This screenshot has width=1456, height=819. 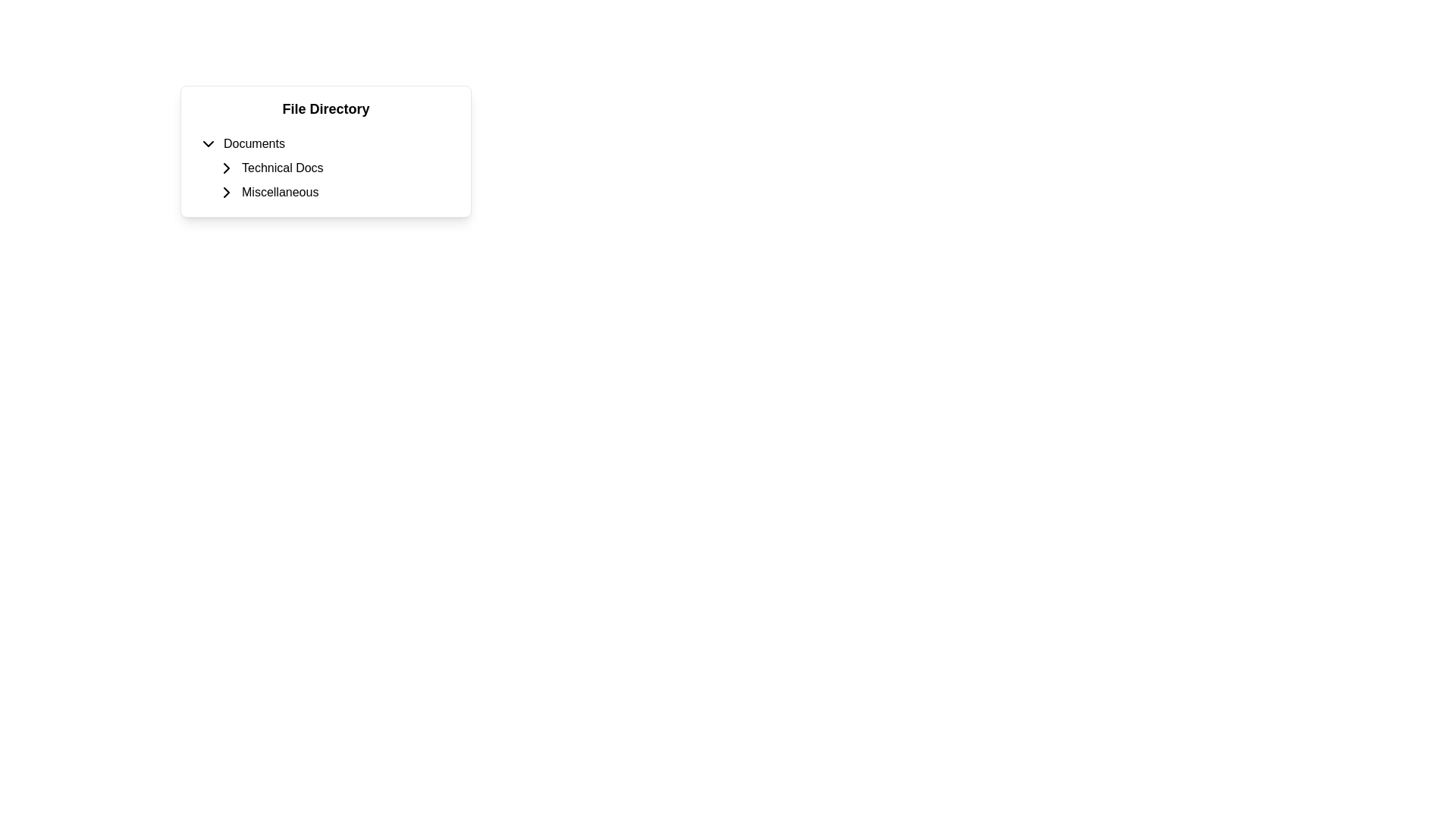 What do you see at coordinates (280, 192) in the screenshot?
I see `the text label displaying 'Miscellaneous' in the 'File Directory' navigation menu` at bounding box center [280, 192].